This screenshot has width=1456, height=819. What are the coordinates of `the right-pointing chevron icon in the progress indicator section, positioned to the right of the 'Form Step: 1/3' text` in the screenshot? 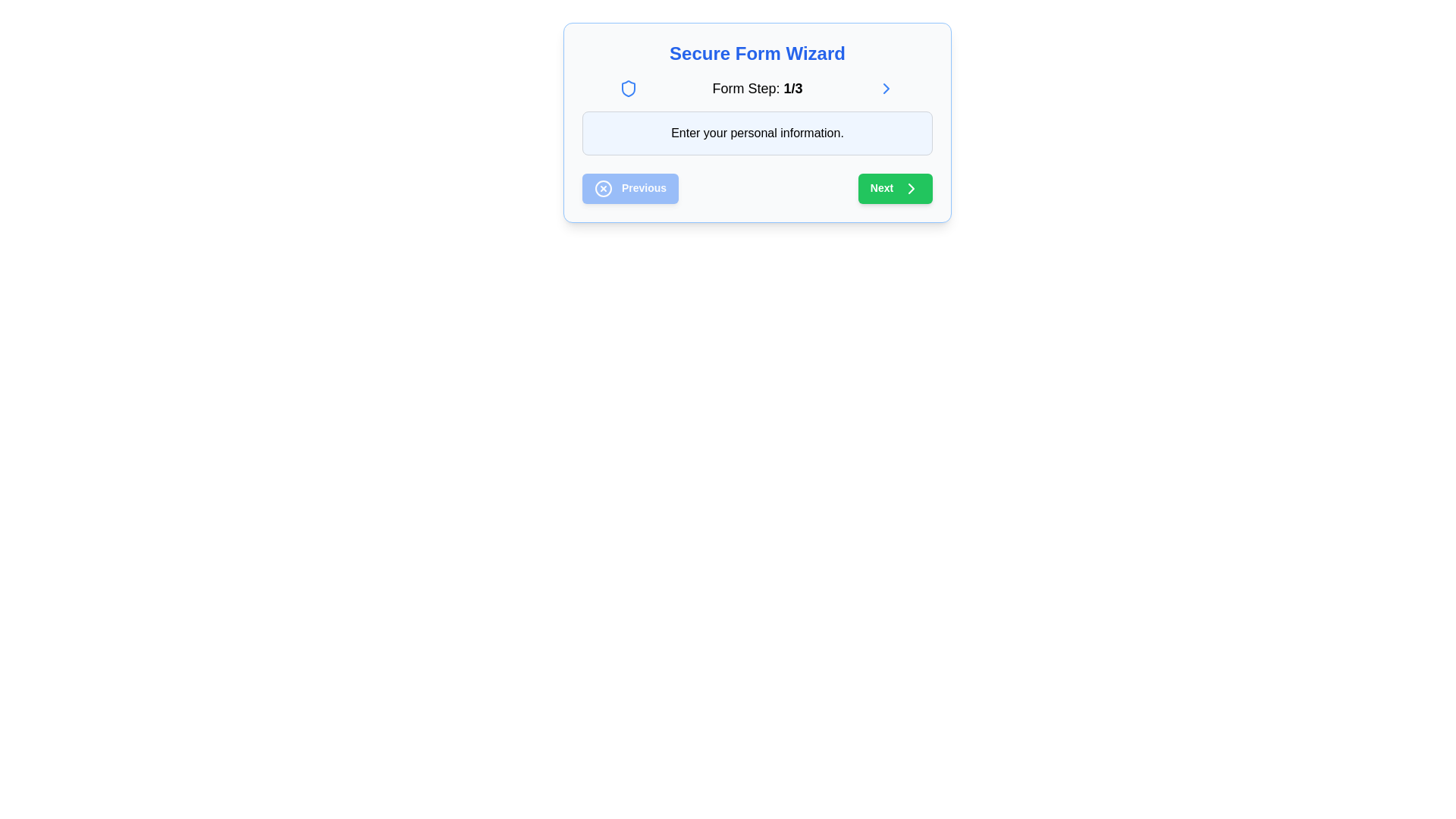 It's located at (886, 88).